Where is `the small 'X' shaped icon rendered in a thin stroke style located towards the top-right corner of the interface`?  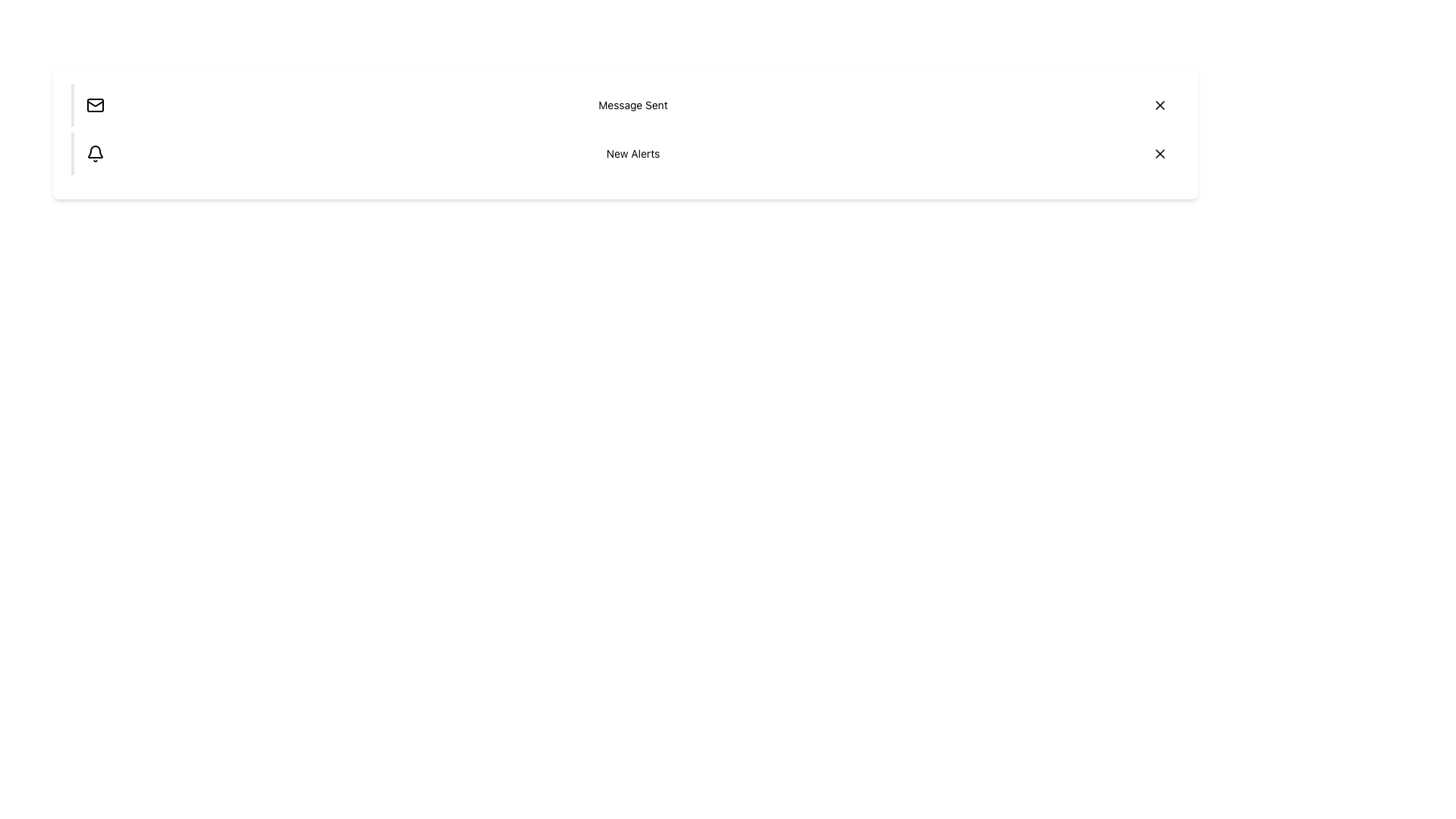 the small 'X' shaped icon rendered in a thin stroke style located towards the top-right corner of the interface is located at coordinates (1159, 154).